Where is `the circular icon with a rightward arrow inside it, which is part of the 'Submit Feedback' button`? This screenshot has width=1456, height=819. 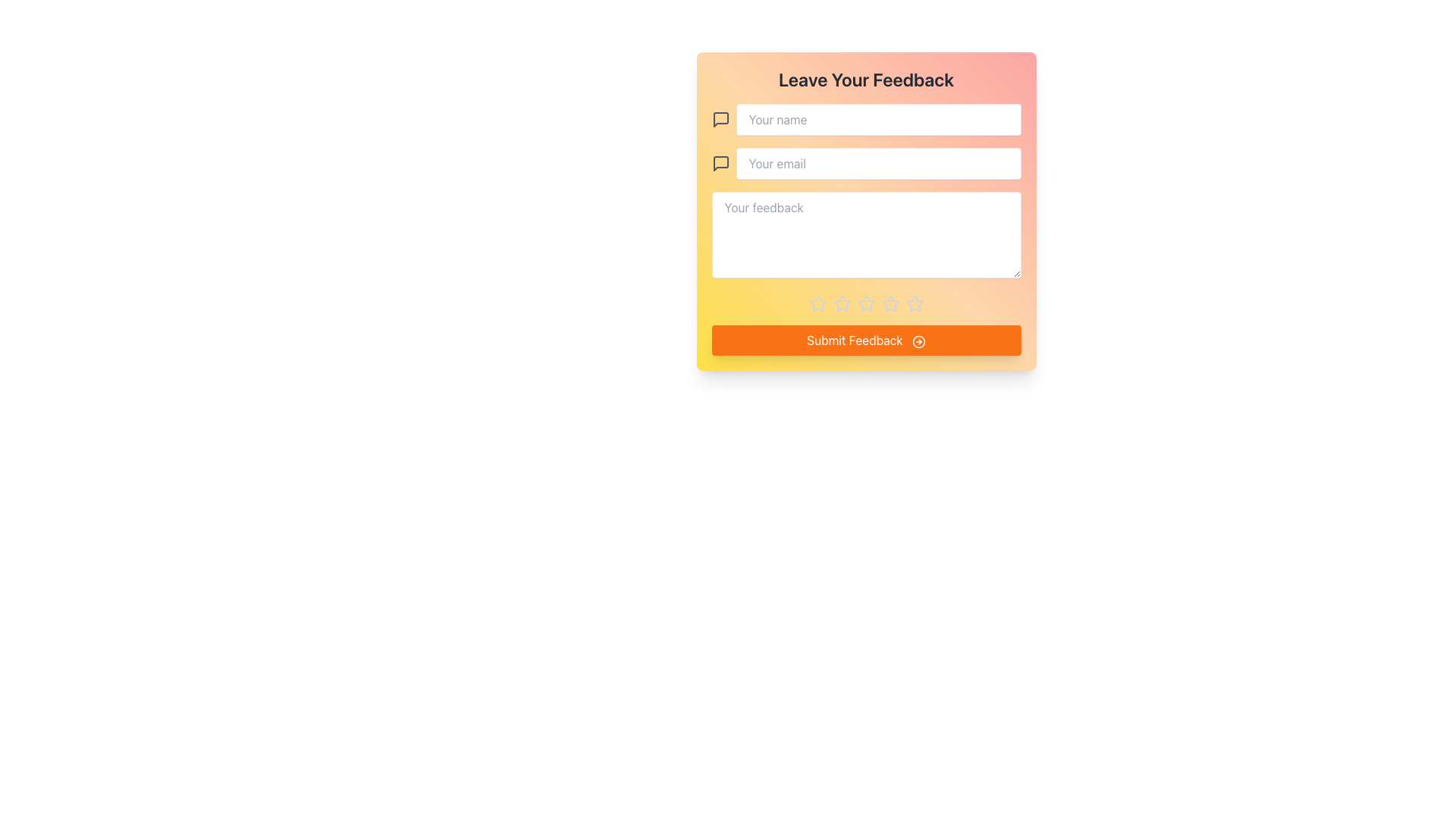
the circular icon with a rightward arrow inside it, which is part of the 'Submit Feedback' button is located at coordinates (918, 341).